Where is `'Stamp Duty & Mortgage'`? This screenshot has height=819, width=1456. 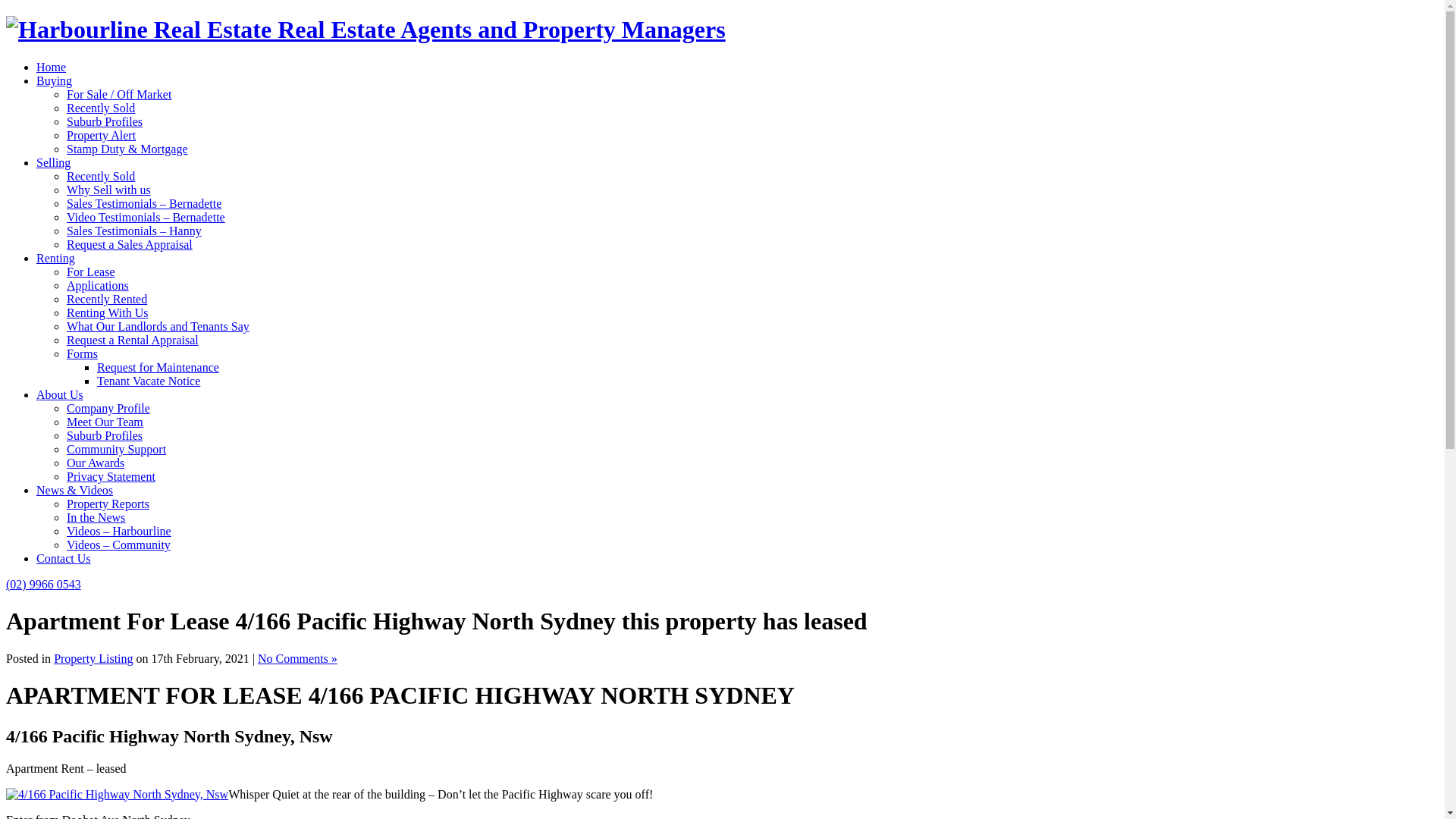 'Stamp Duty & Mortgage' is located at coordinates (127, 149).